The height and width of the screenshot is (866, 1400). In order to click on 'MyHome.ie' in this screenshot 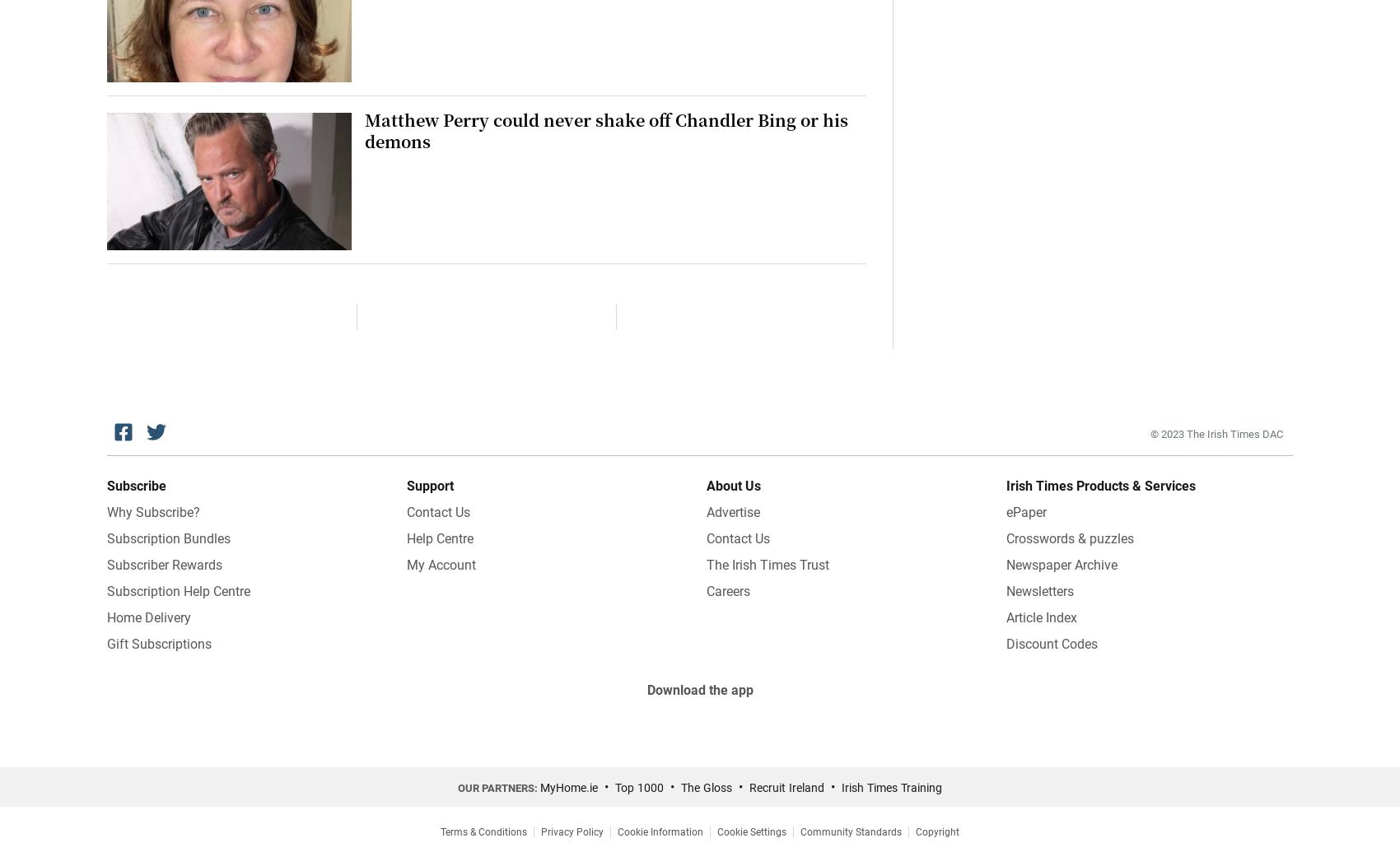, I will do `click(569, 787)`.